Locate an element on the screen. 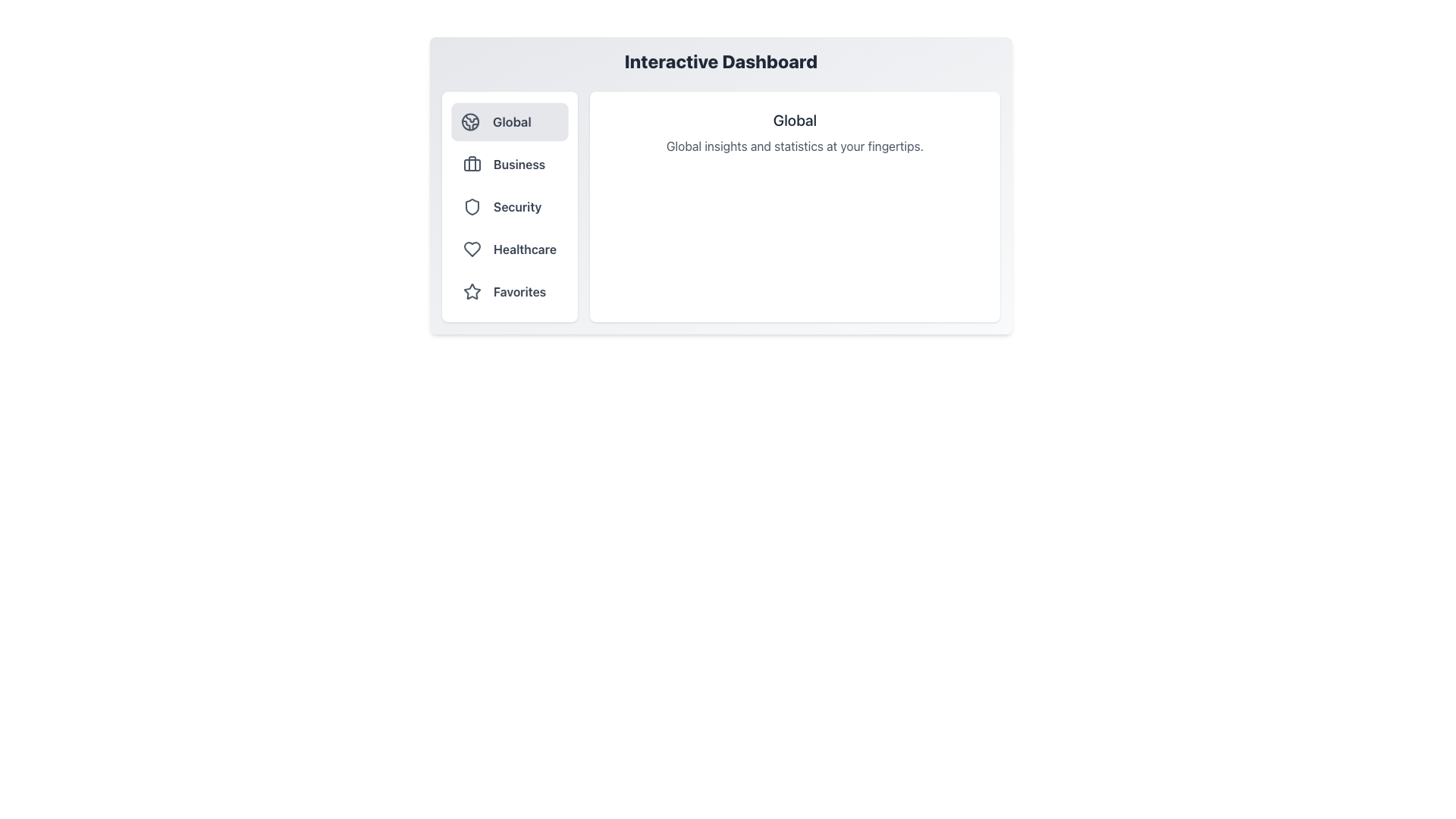  the 'Healthcare' button which features a heart-shaped icon on the left and bold gray text on the right is located at coordinates (510, 248).